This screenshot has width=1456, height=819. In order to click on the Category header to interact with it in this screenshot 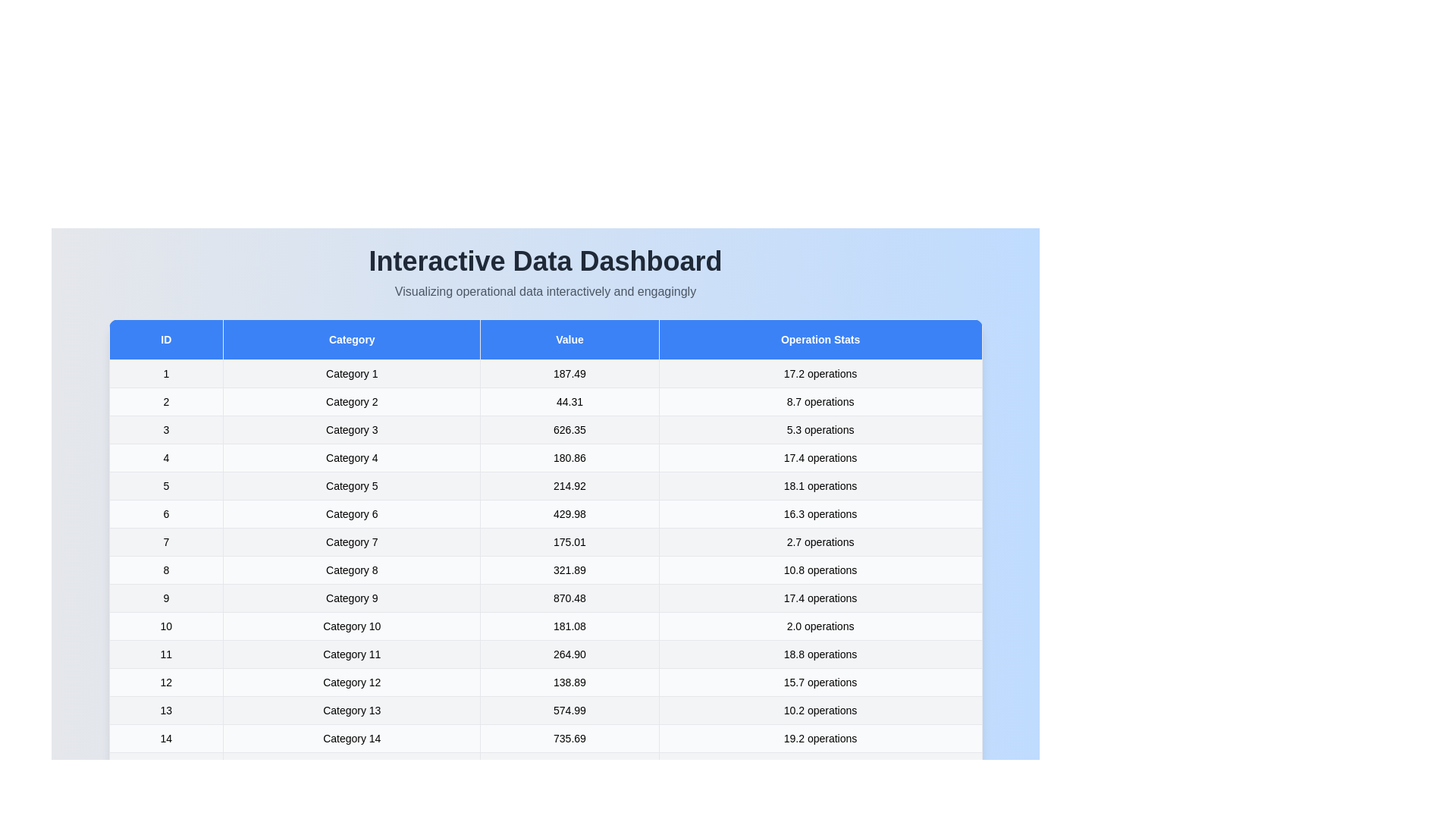, I will do `click(351, 338)`.